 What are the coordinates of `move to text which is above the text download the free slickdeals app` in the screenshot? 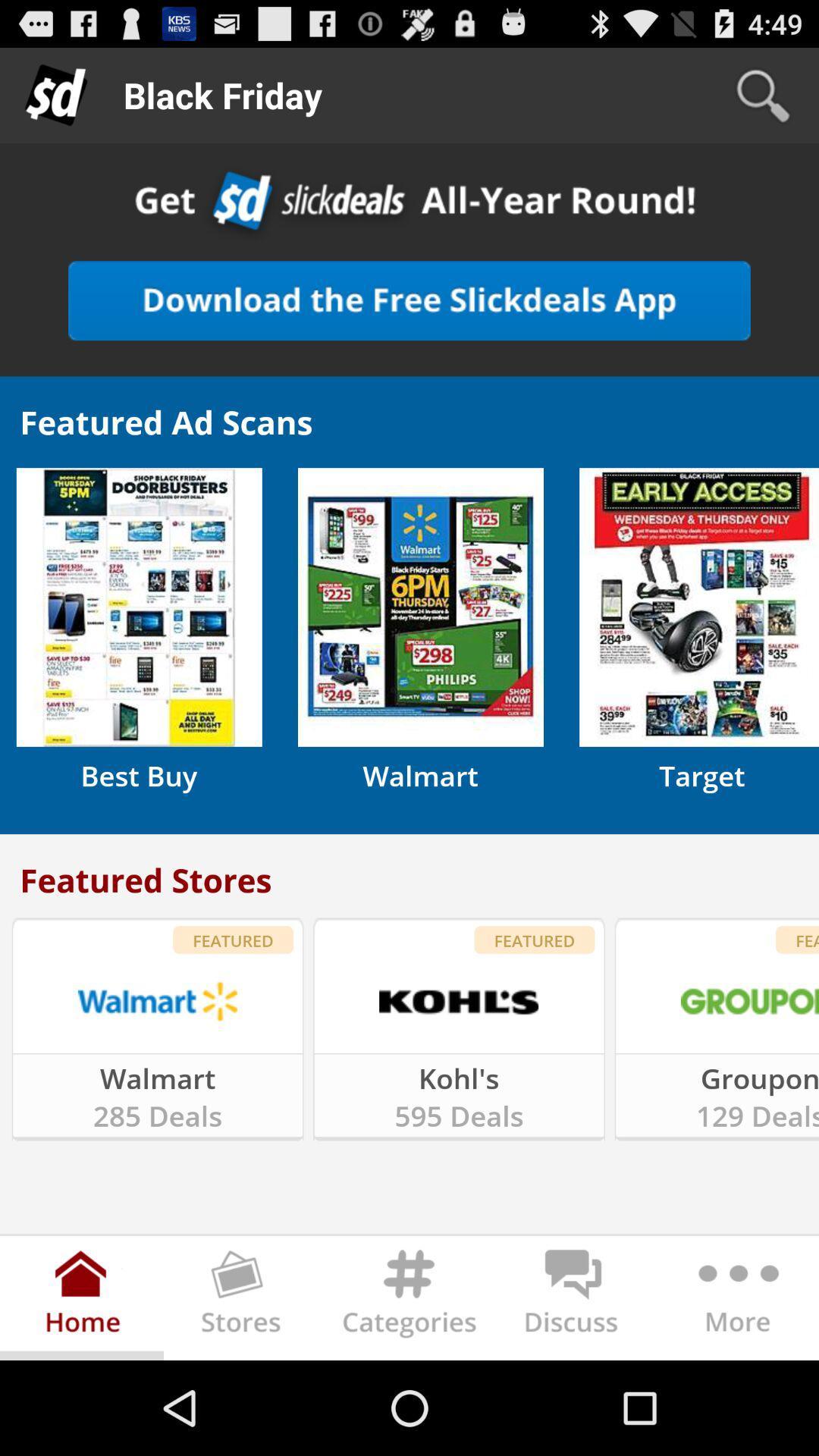 It's located at (409, 203).